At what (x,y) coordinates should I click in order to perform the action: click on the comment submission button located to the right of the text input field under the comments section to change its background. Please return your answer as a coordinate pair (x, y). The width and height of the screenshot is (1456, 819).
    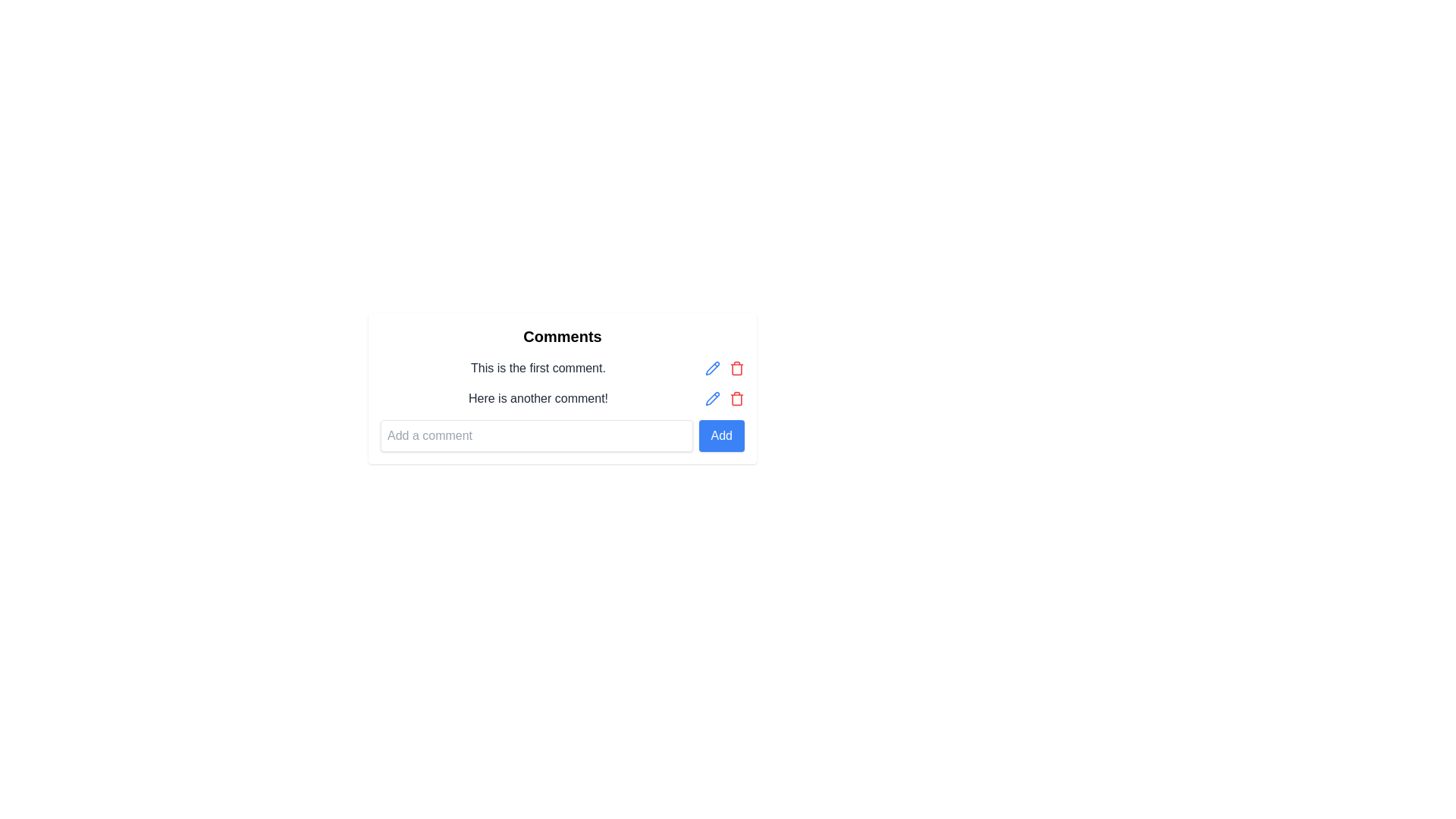
    Looking at the image, I should click on (720, 435).